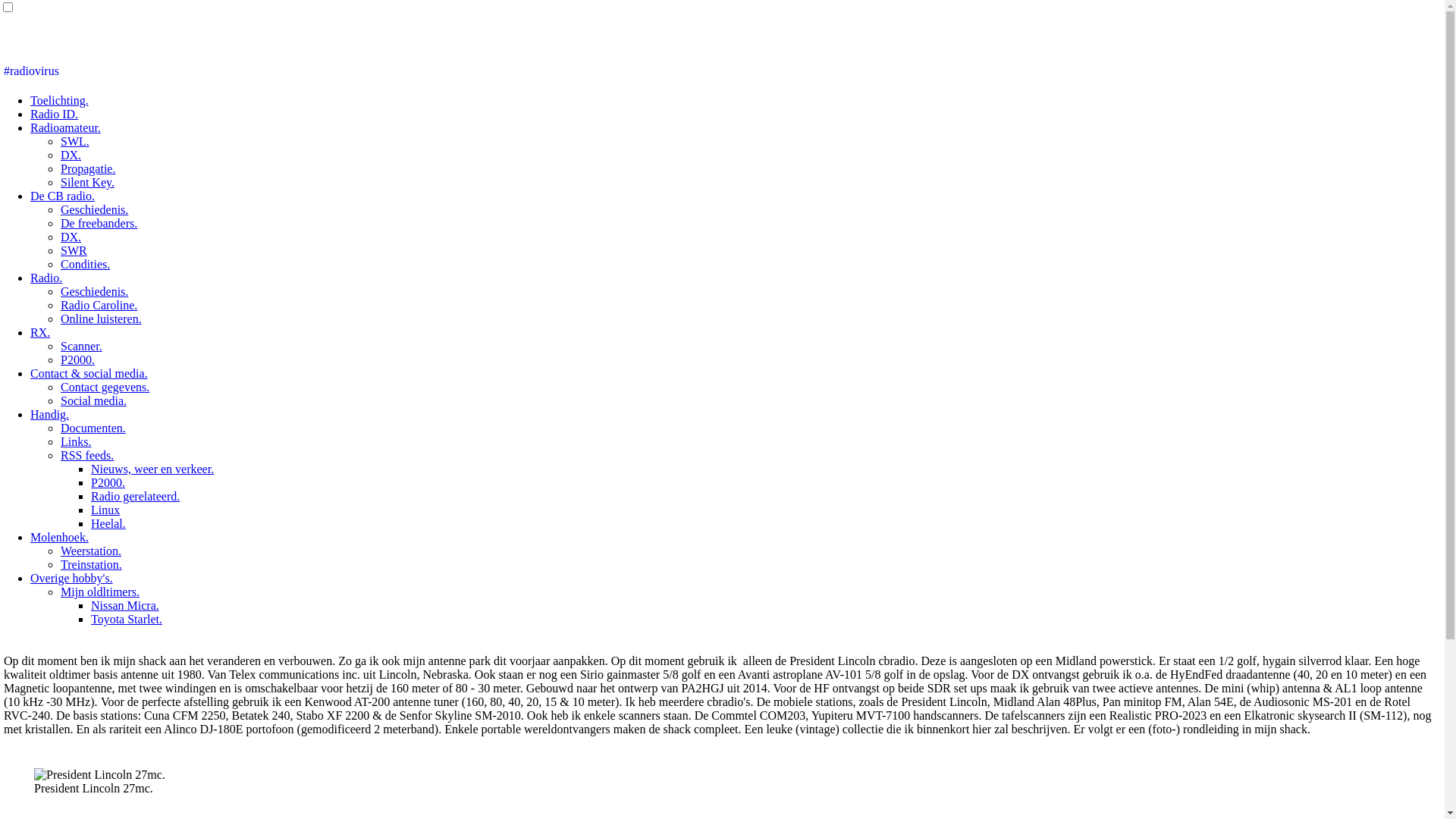 This screenshot has height=819, width=1456. What do you see at coordinates (99, 591) in the screenshot?
I see `'Mijn oldltimers.'` at bounding box center [99, 591].